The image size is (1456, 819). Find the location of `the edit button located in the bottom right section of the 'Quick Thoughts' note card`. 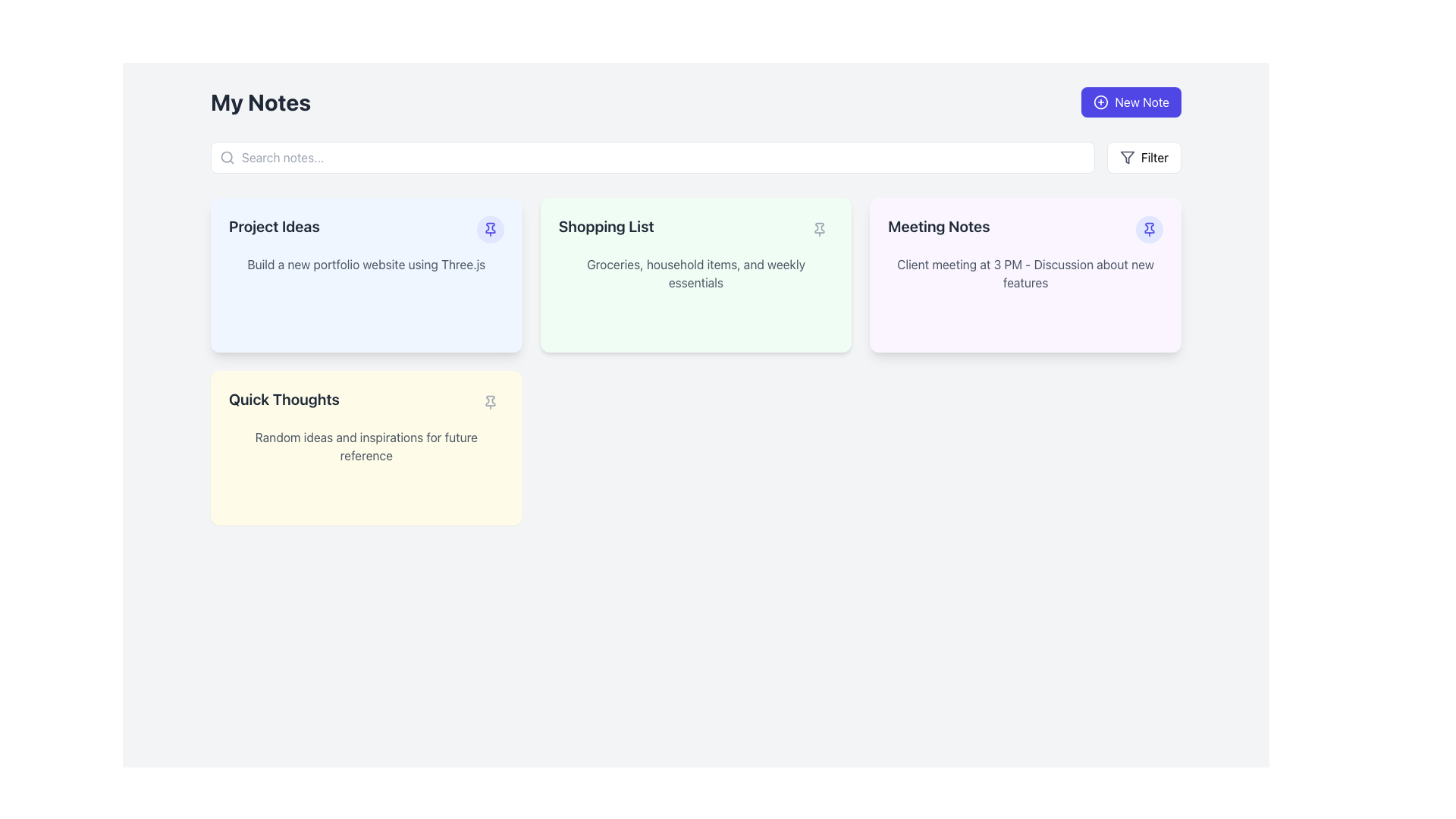

the edit button located in the bottom right section of the 'Quick Thoughts' note card is located at coordinates (460, 494).